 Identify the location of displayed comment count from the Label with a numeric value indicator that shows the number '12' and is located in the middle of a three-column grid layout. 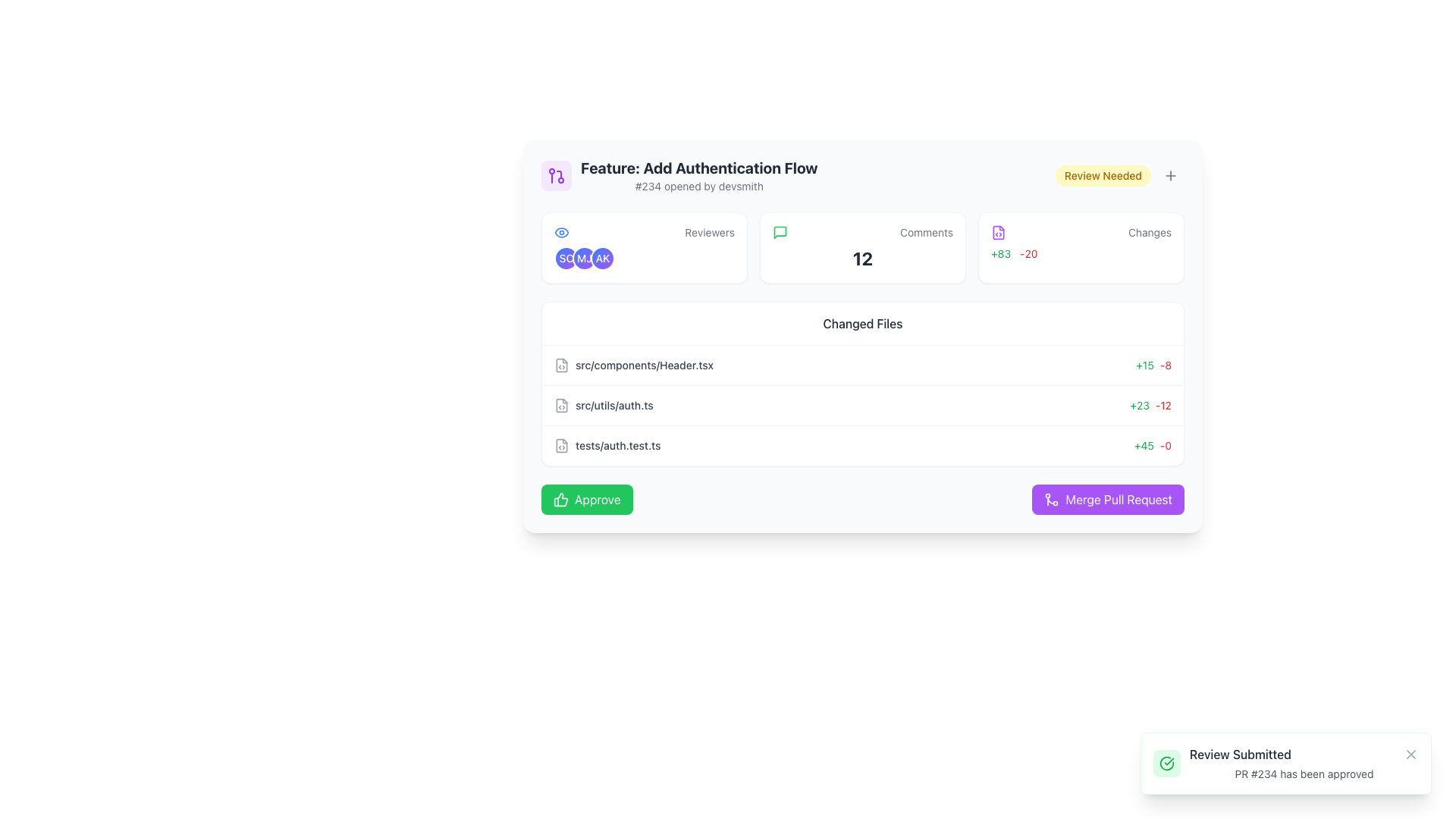
(862, 247).